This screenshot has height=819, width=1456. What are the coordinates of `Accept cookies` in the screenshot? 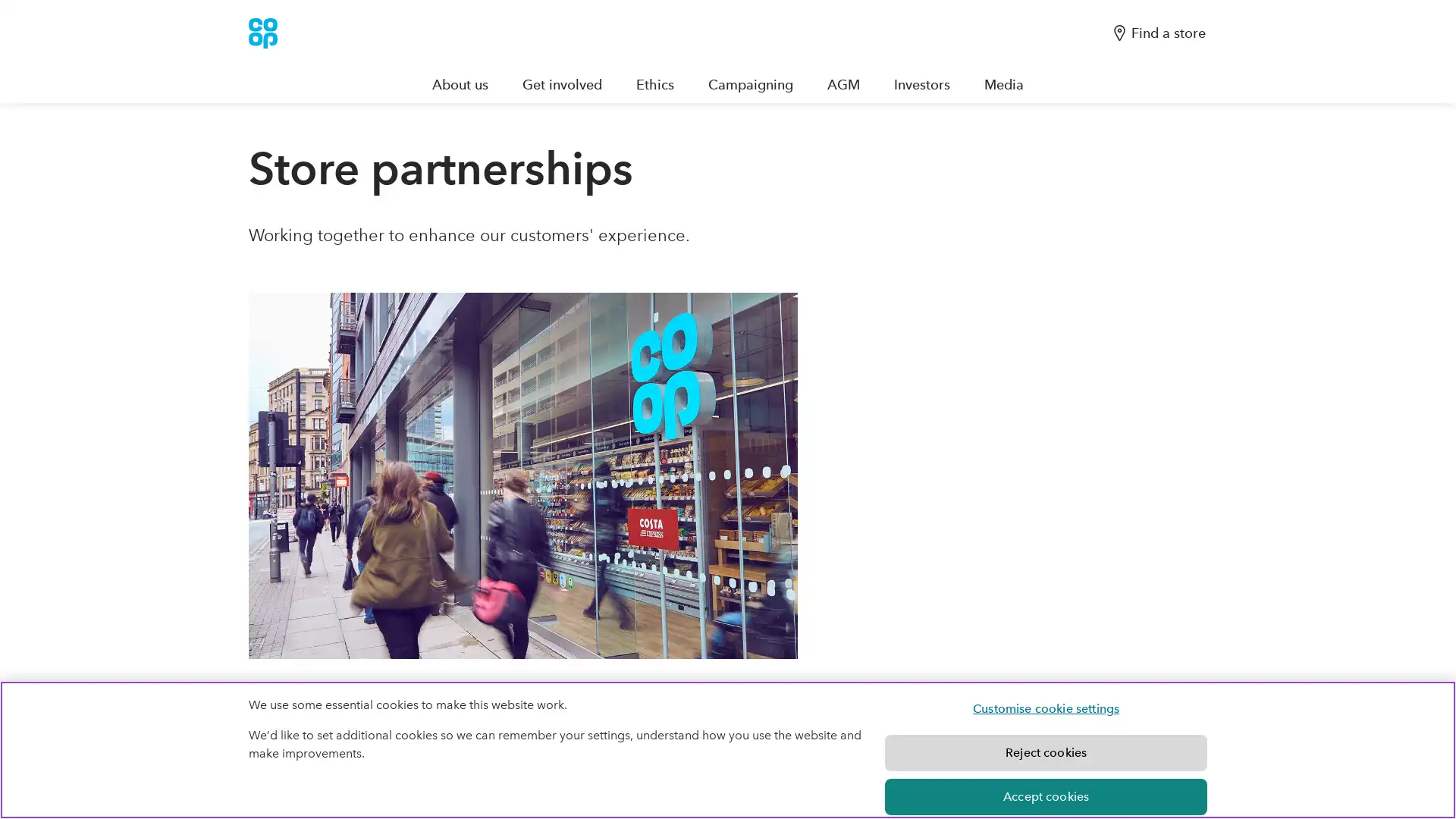 It's located at (1044, 795).